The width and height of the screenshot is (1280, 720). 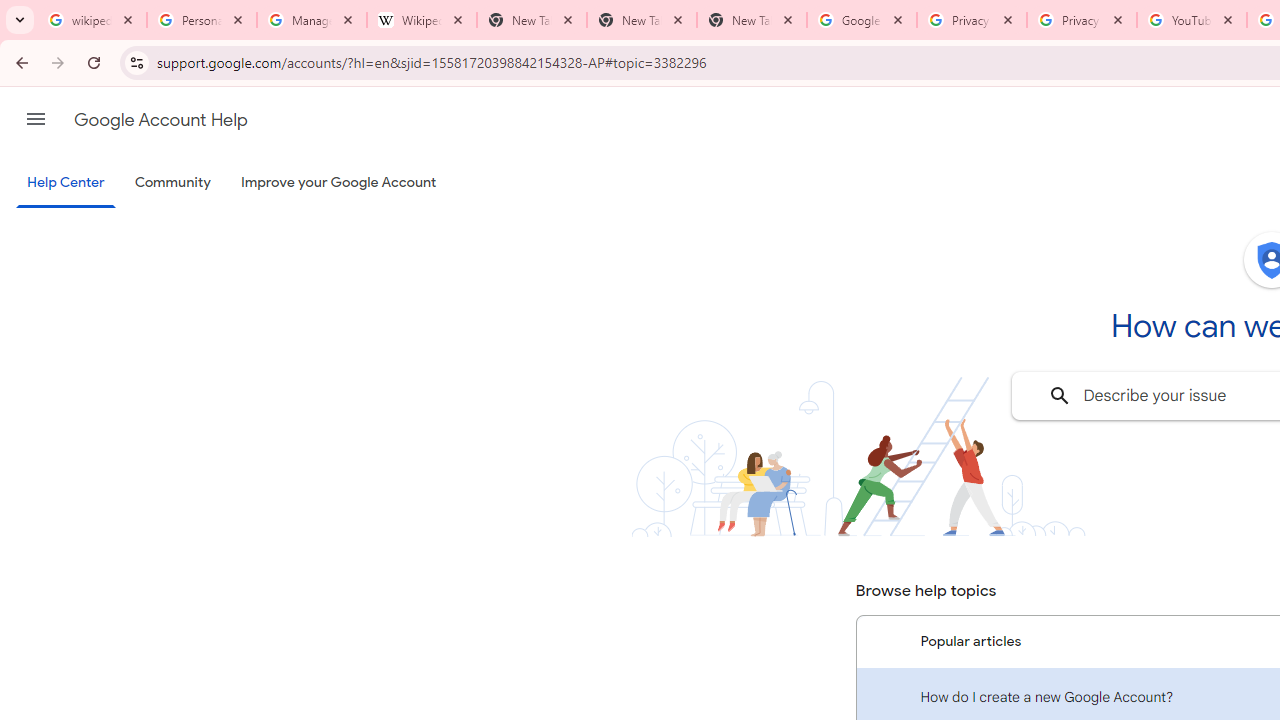 What do you see at coordinates (311, 20) in the screenshot?
I see `'Manage your Location History - Google Search Help'` at bounding box center [311, 20].